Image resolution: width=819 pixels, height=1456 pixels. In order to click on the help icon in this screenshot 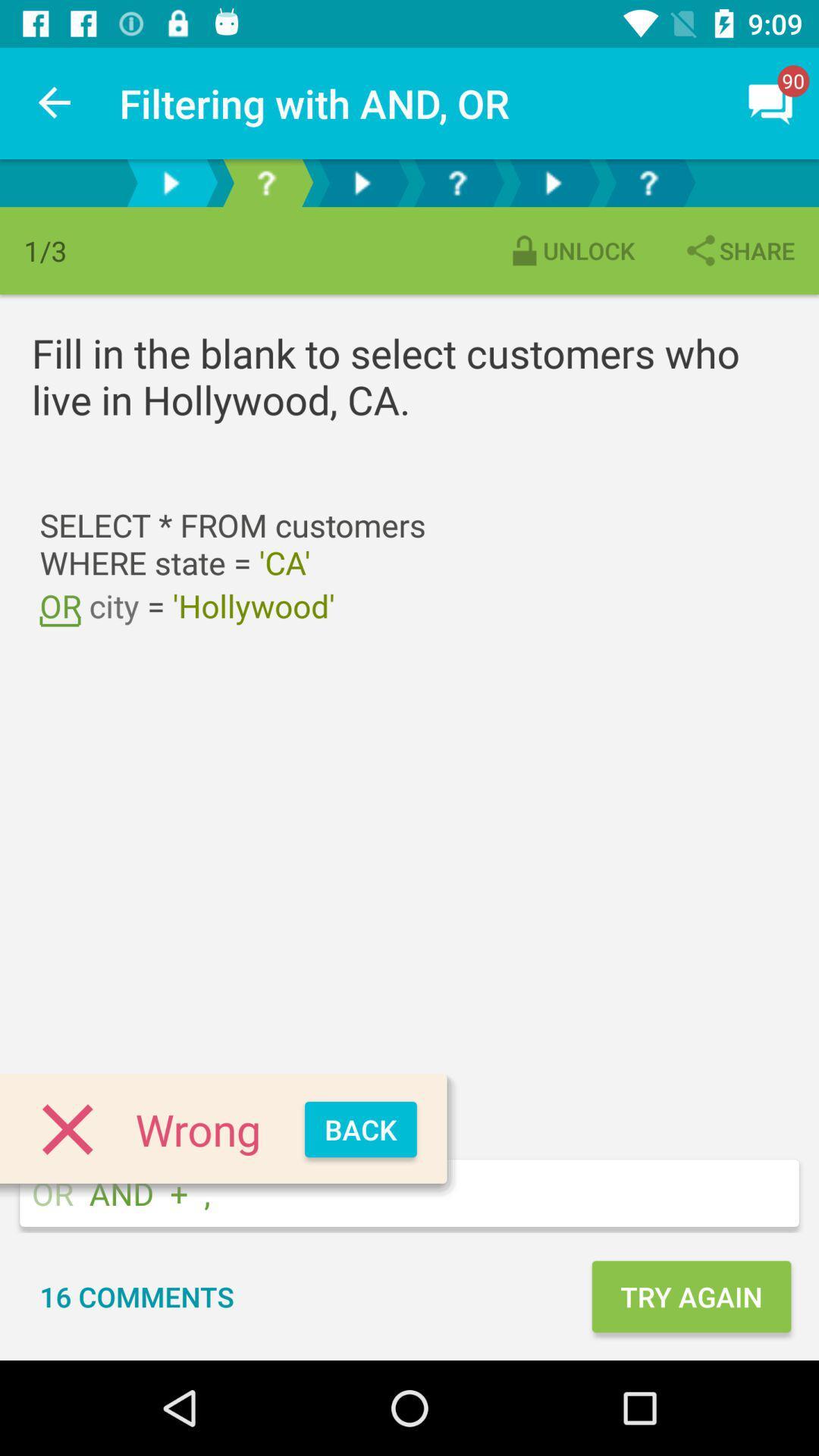, I will do `click(648, 182)`.